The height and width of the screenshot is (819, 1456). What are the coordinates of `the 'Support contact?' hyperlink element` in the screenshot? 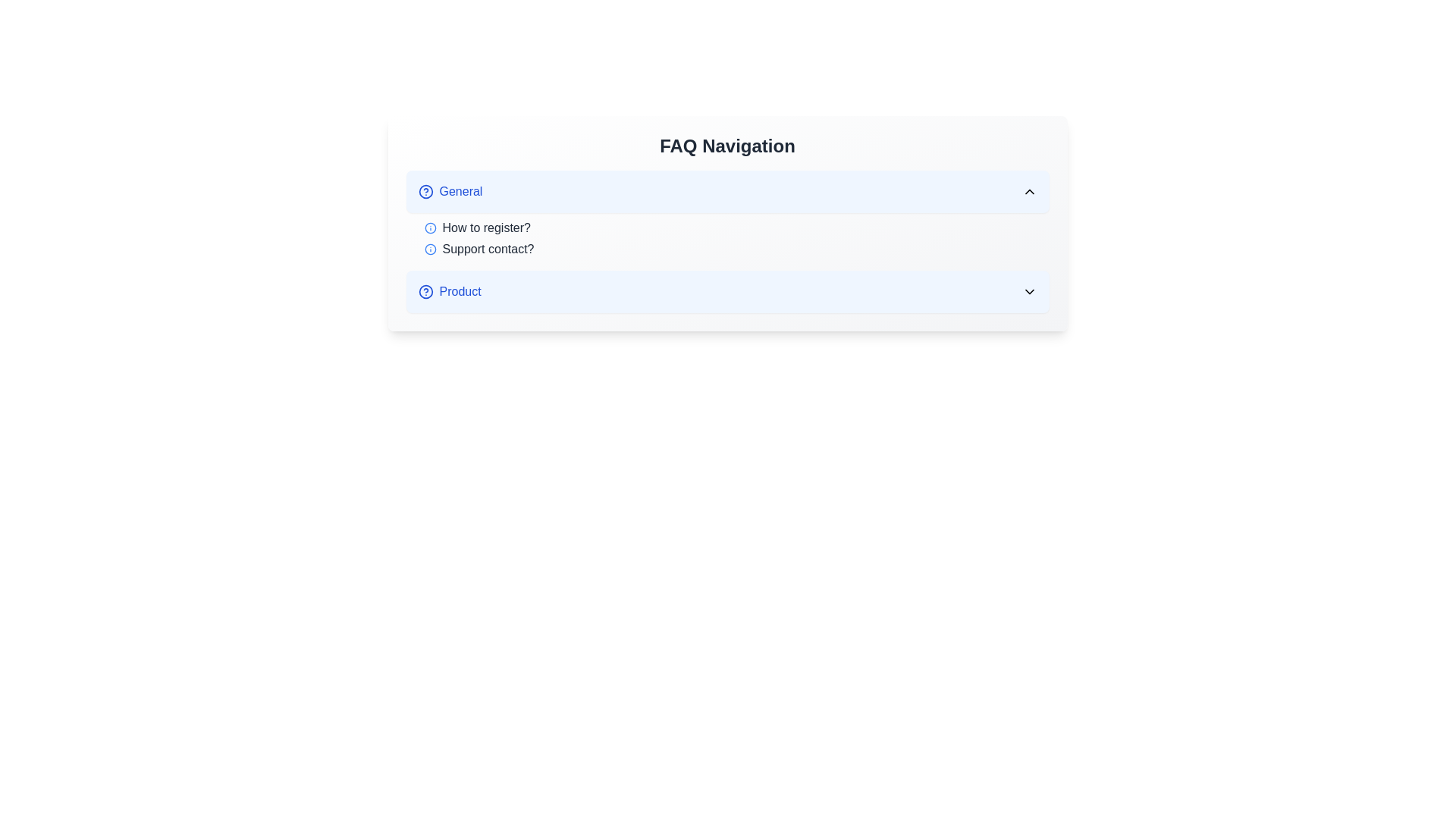 It's located at (488, 248).